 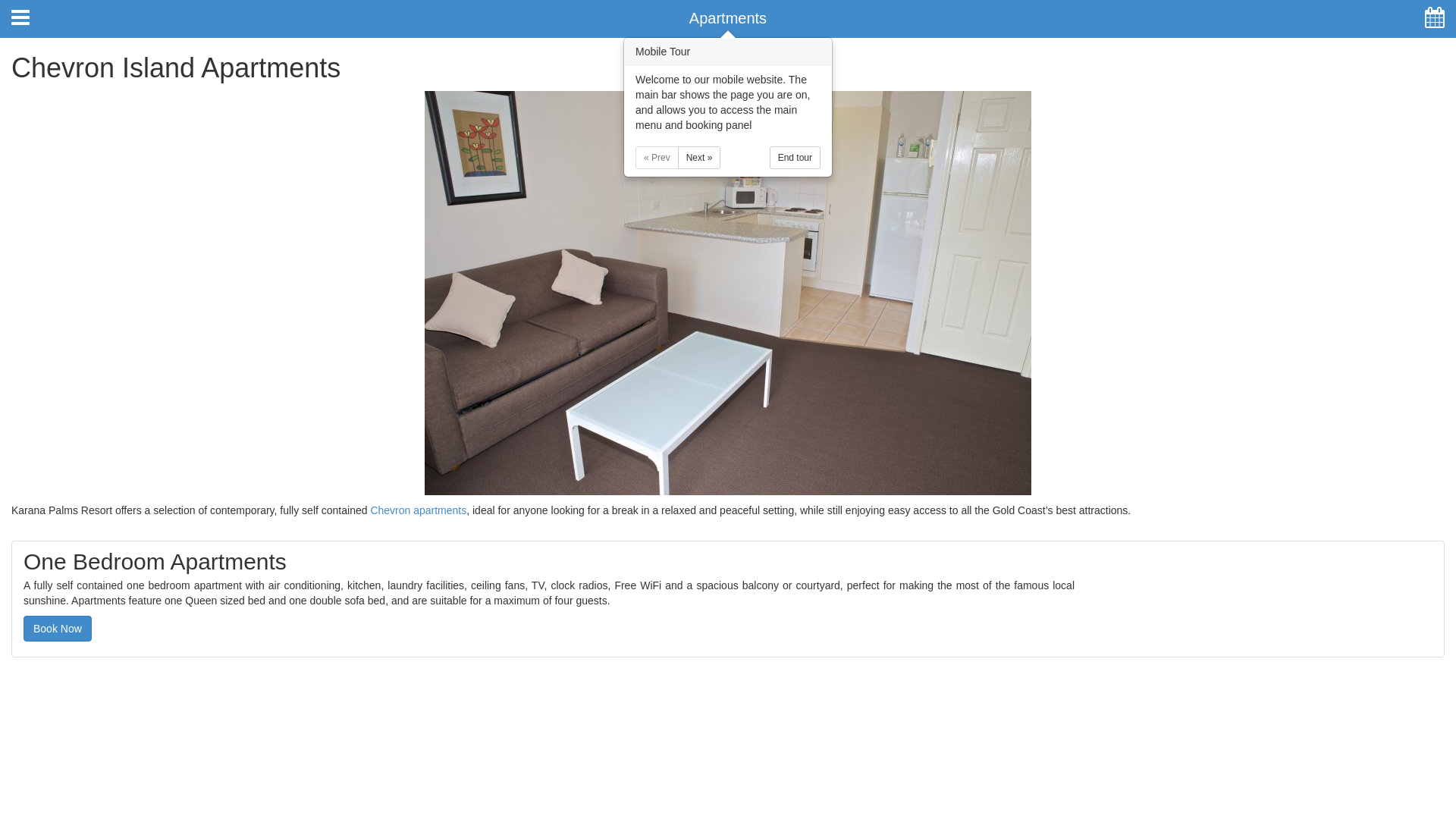 I want to click on 'End tour', so click(x=794, y=158).